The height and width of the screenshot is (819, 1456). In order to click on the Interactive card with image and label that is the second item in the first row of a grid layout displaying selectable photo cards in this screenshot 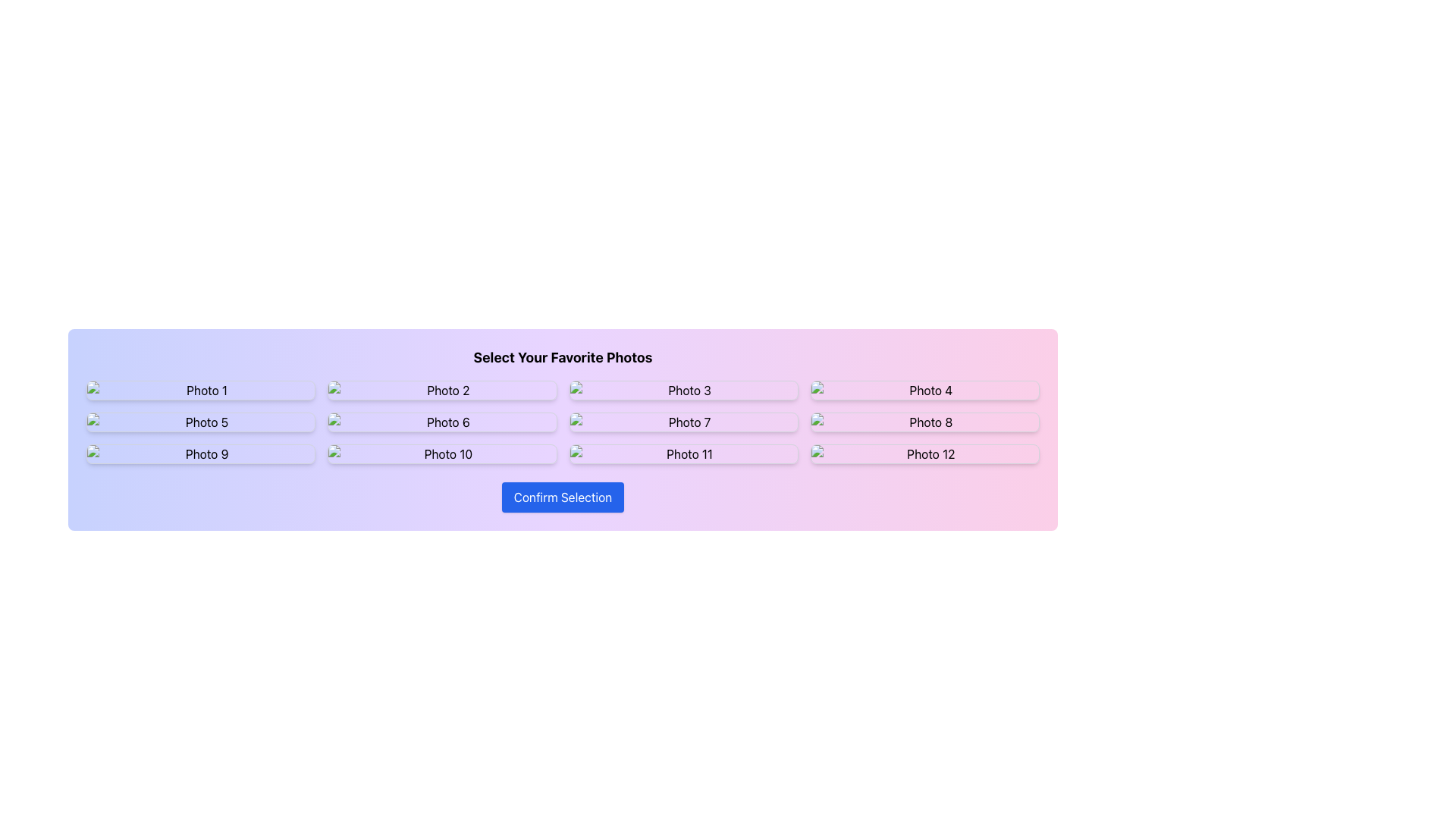, I will do `click(441, 390)`.